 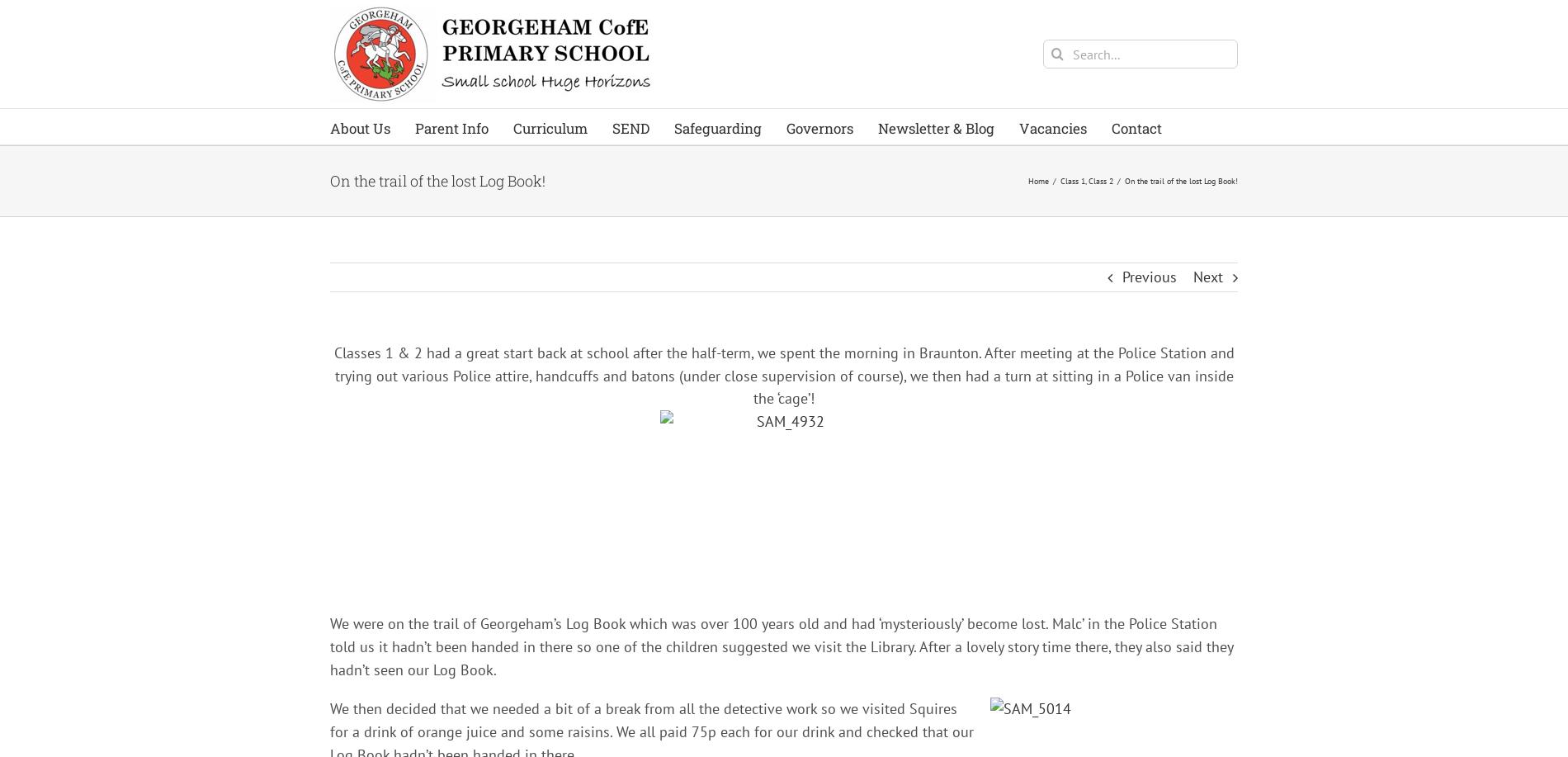 What do you see at coordinates (1136, 127) in the screenshot?
I see `'Contact'` at bounding box center [1136, 127].